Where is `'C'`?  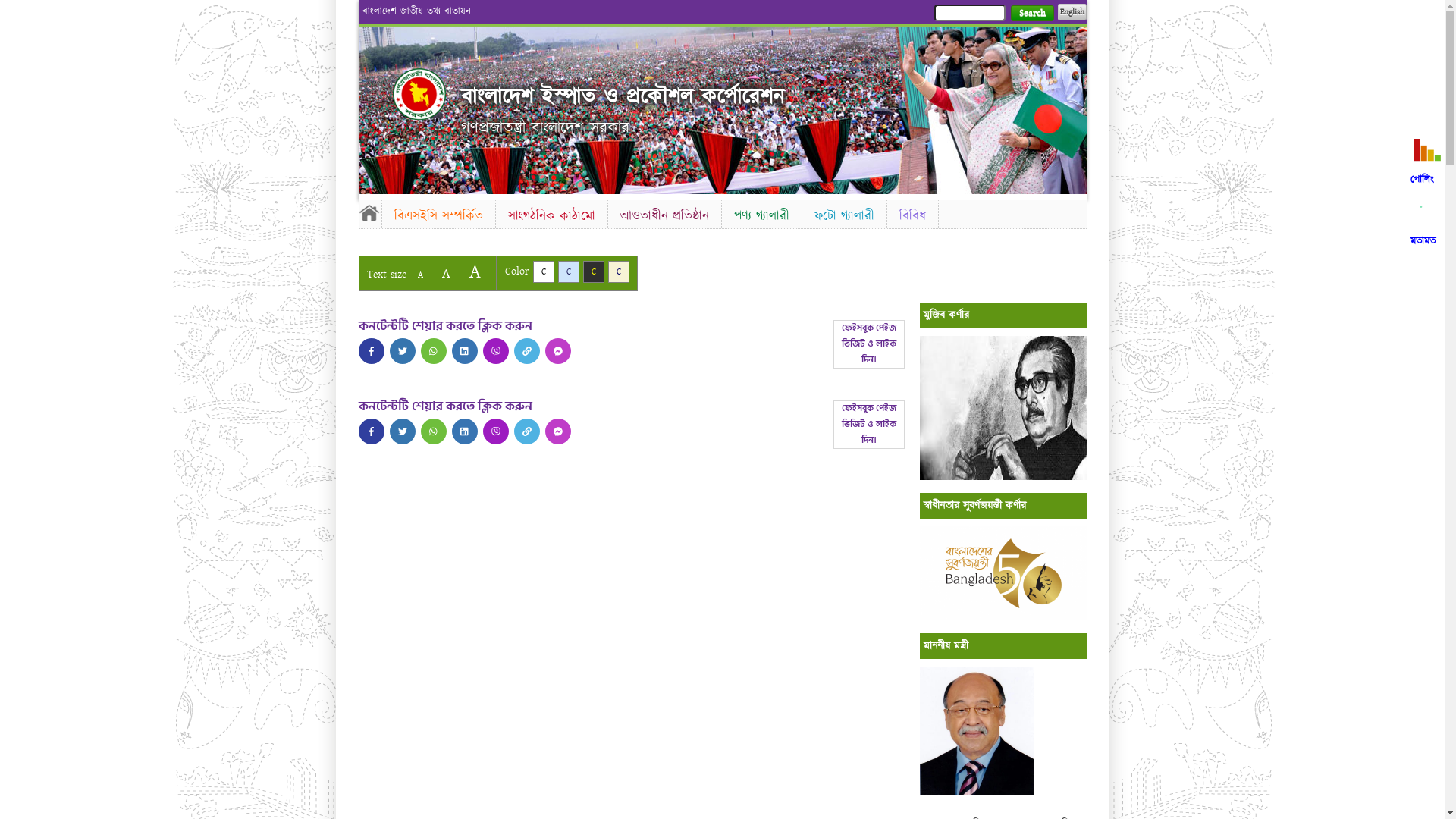
'C' is located at coordinates (619, 271).